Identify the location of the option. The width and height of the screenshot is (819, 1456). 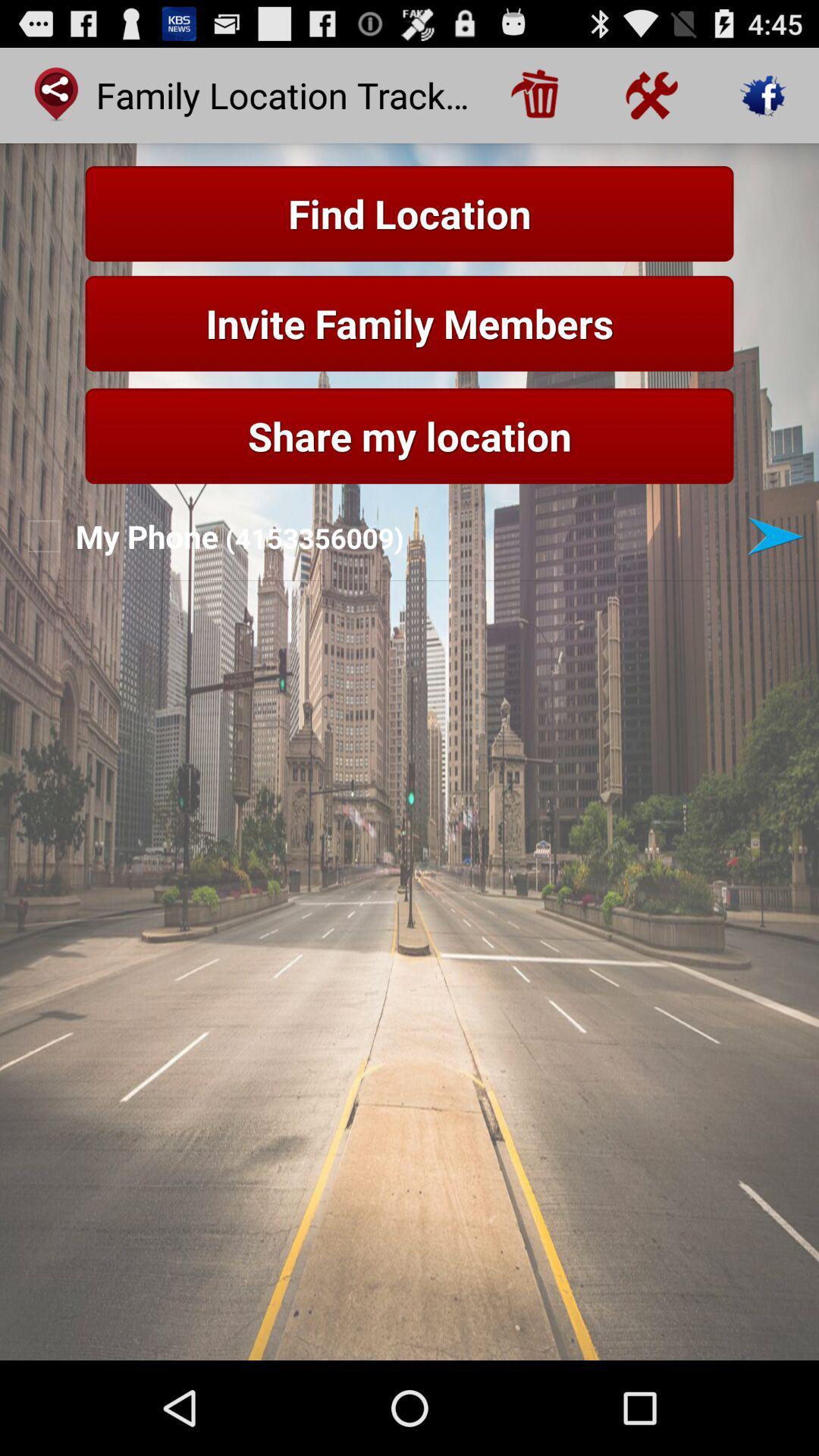
(775, 536).